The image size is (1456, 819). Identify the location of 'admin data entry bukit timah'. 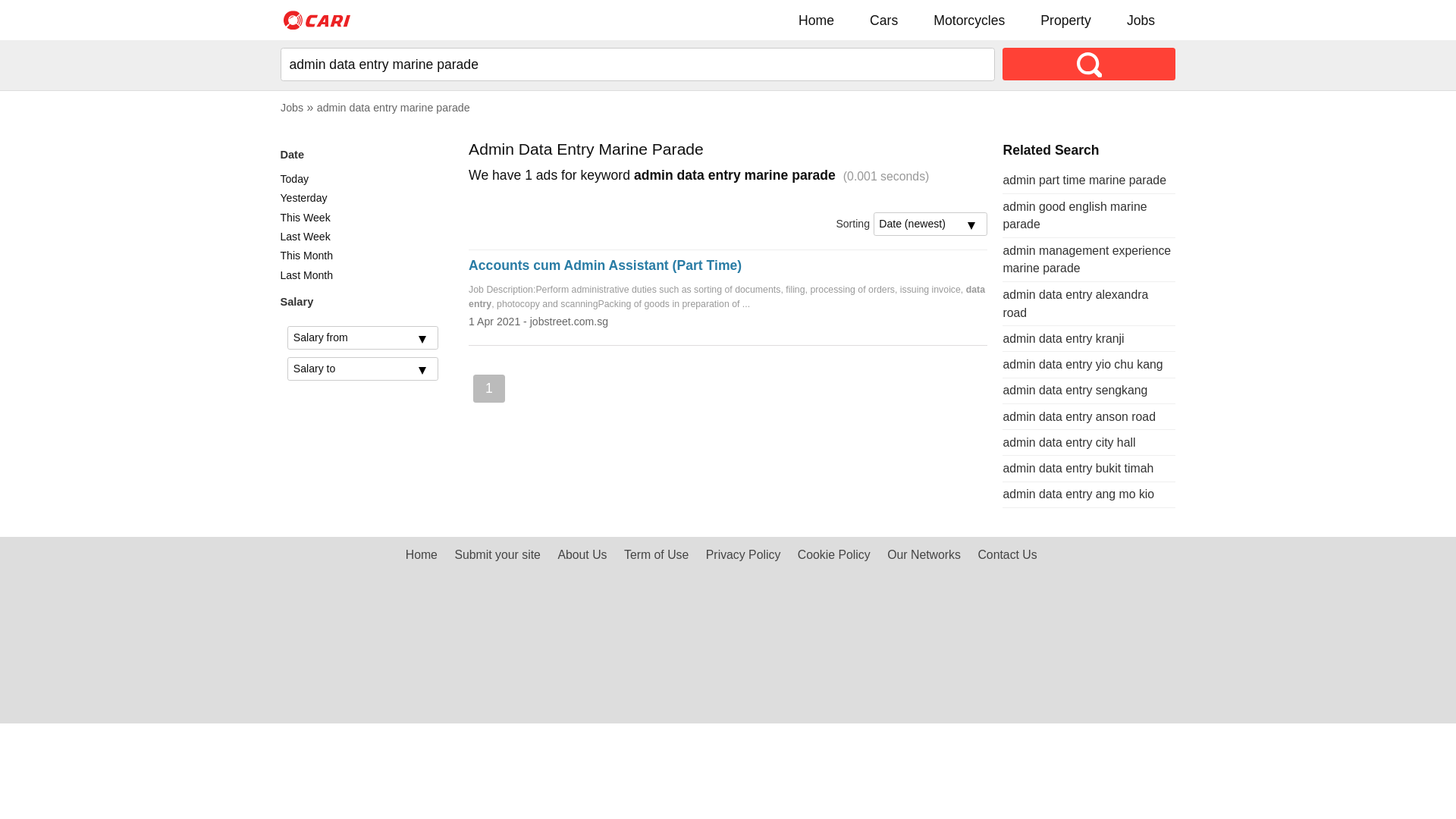
(1077, 467).